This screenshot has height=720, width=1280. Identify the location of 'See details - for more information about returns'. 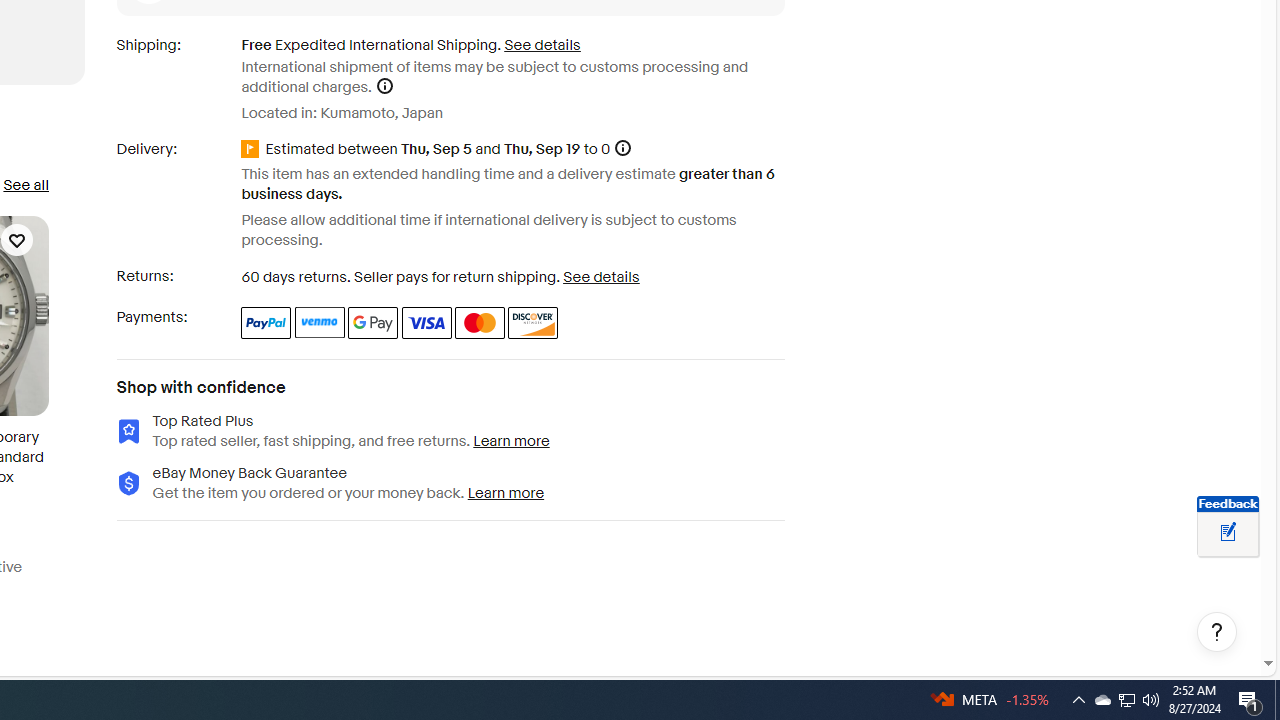
(600, 277).